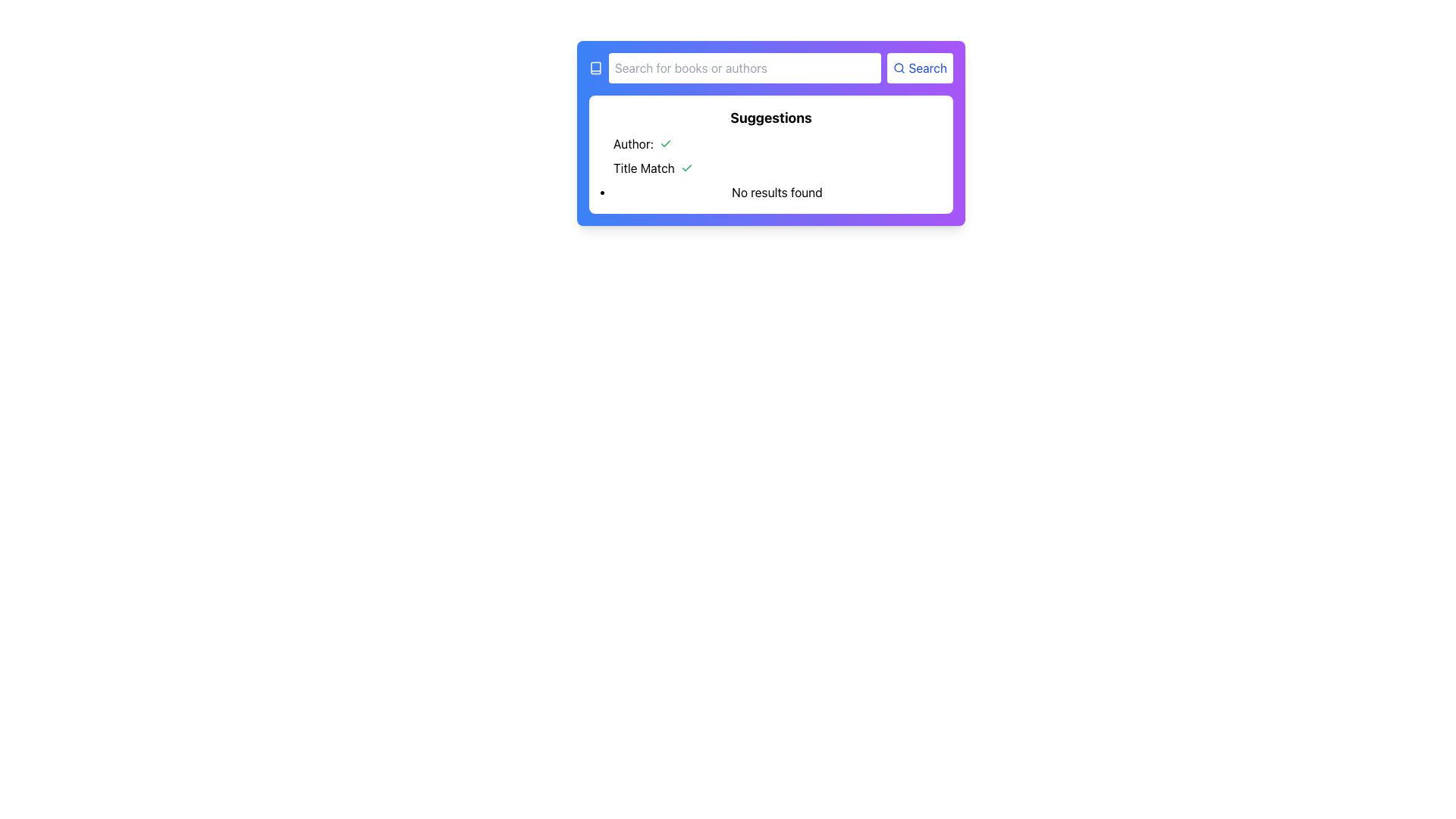 This screenshot has width=1456, height=819. What do you see at coordinates (595, 67) in the screenshot?
I see `the decorative icon located in the top-left corner of the search box, positioned slightly to the left of the search input area` at bounding box center [595, 67].